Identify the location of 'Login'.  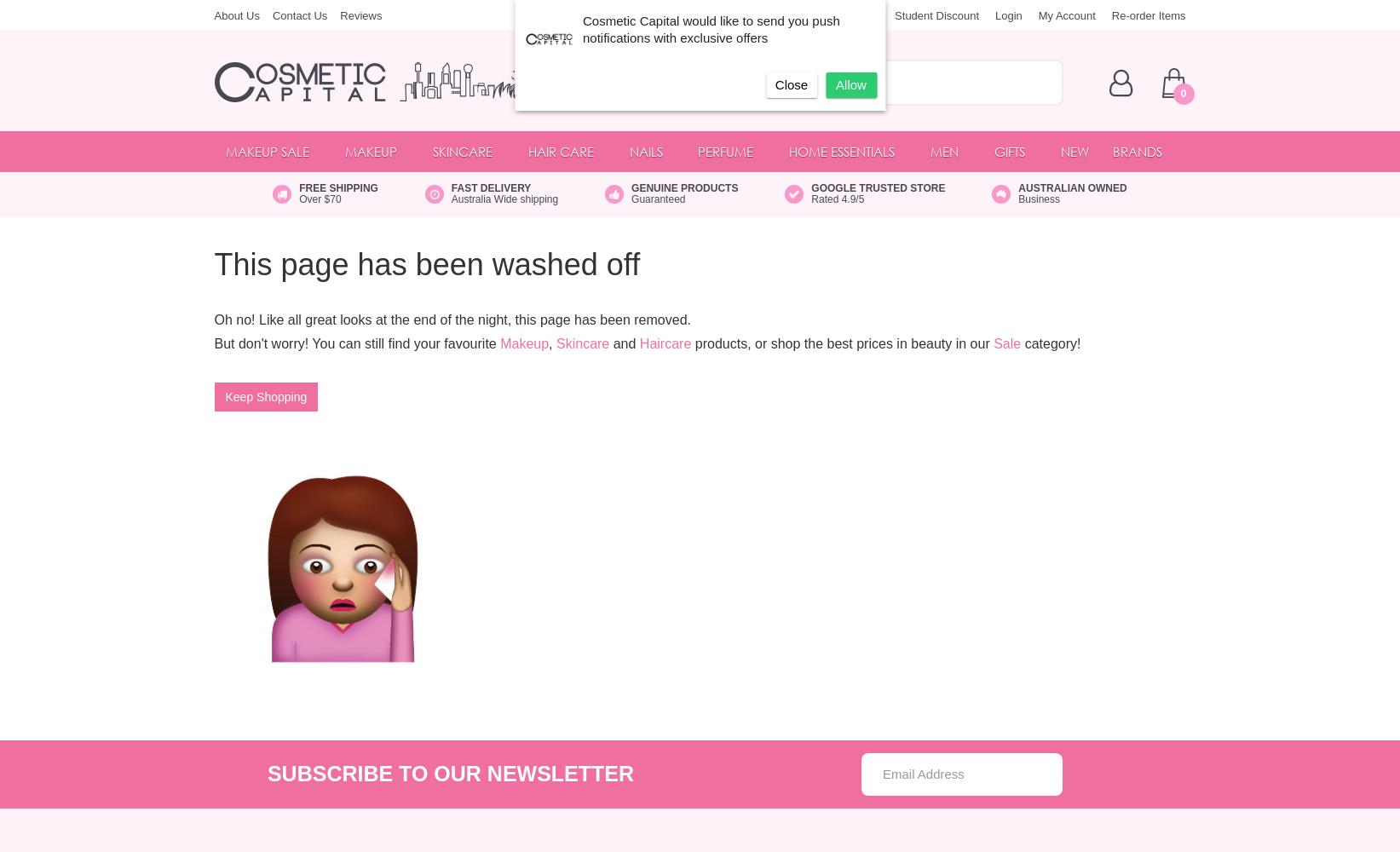
(1008, 15).